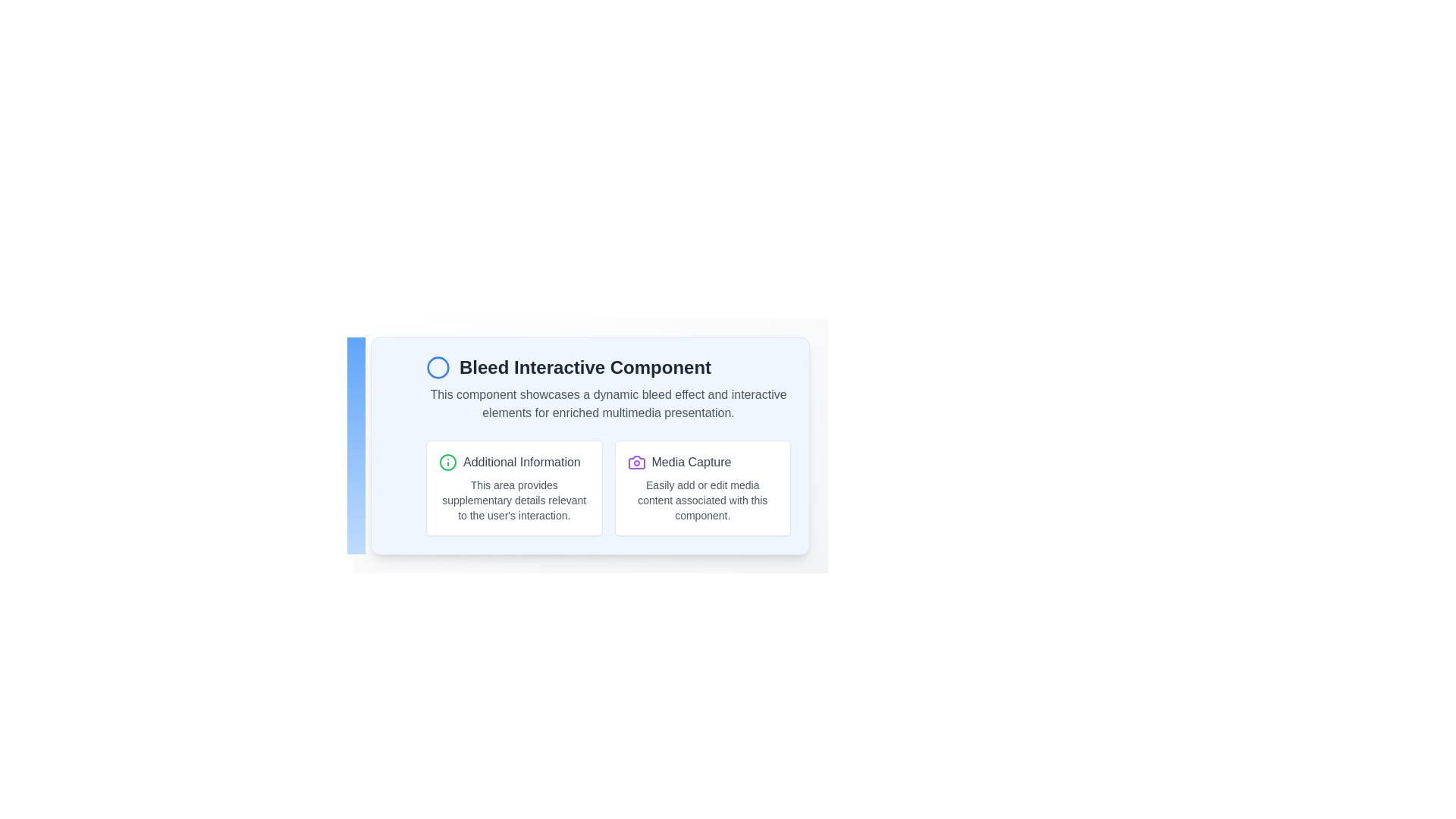 This screenshot has width=1456, height=819. What do you see at coordinates (437, 368) in the screenshot?
I see `the circular icon with a clear blue outline next to the text 'Bleed Interactive Component'` at bounding box center [437, 368].